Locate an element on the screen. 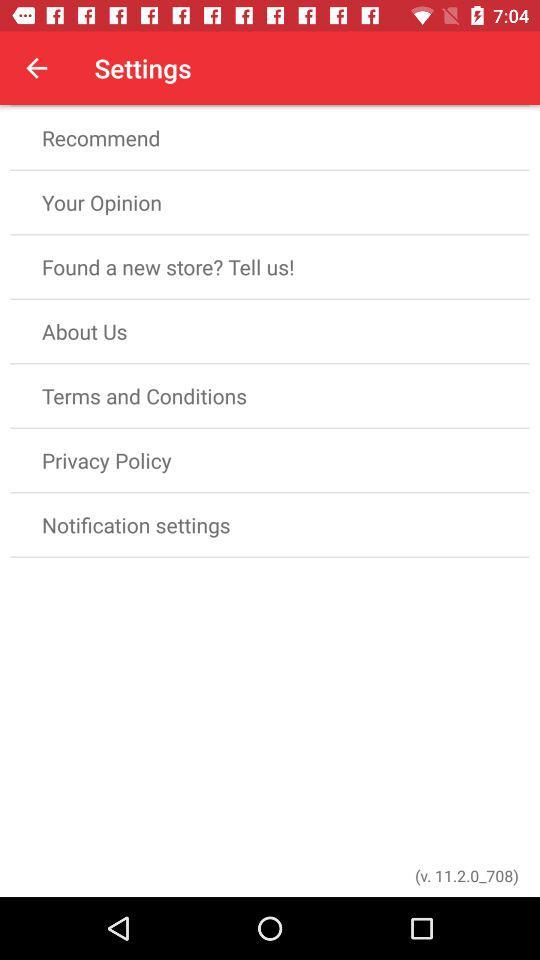 The width and height of the screenshot is (540, 960). the notification settings icon is located at coordinates (270, 524).